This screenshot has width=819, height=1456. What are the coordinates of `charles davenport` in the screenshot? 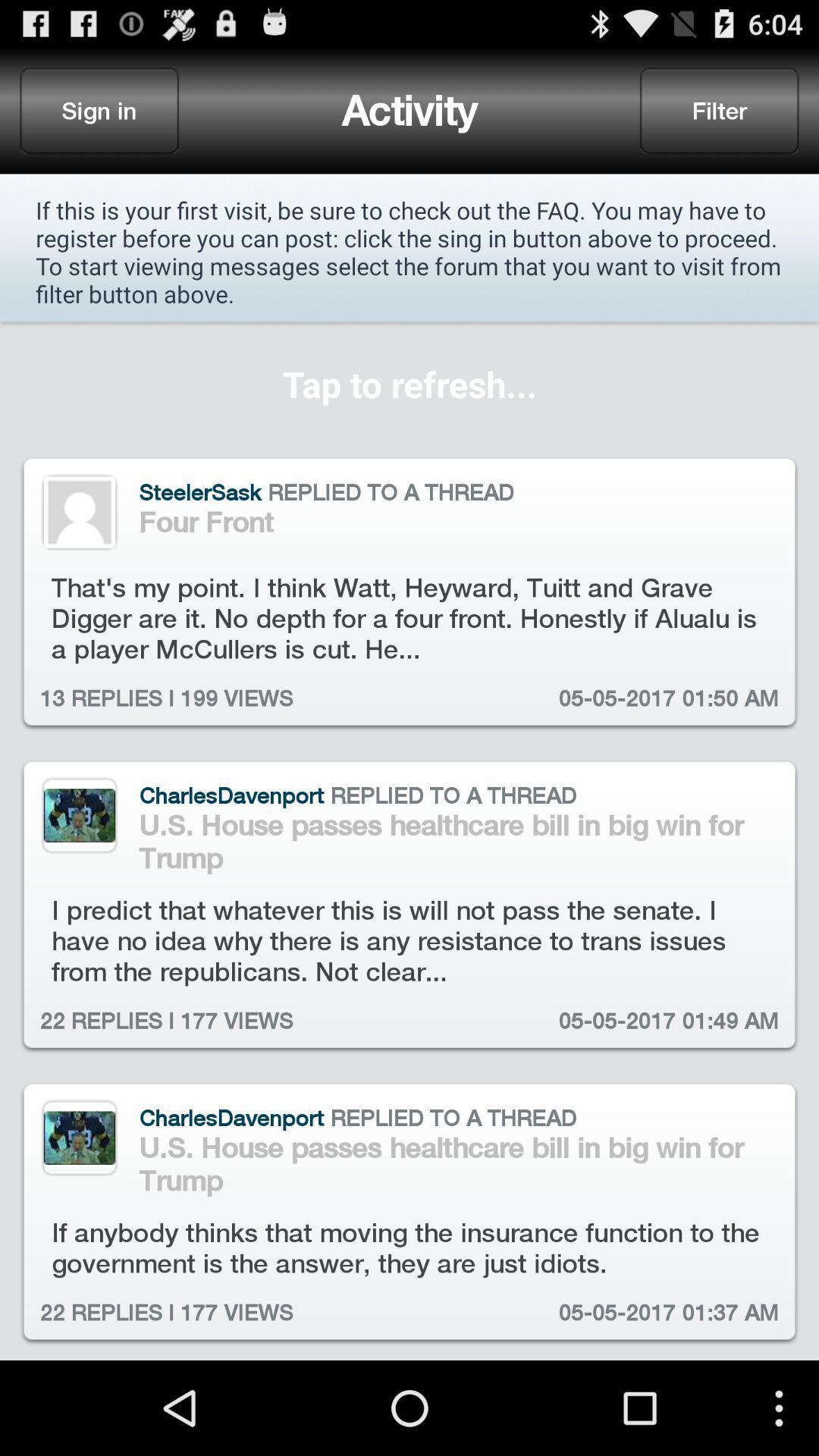 It's located at (79, 1137).